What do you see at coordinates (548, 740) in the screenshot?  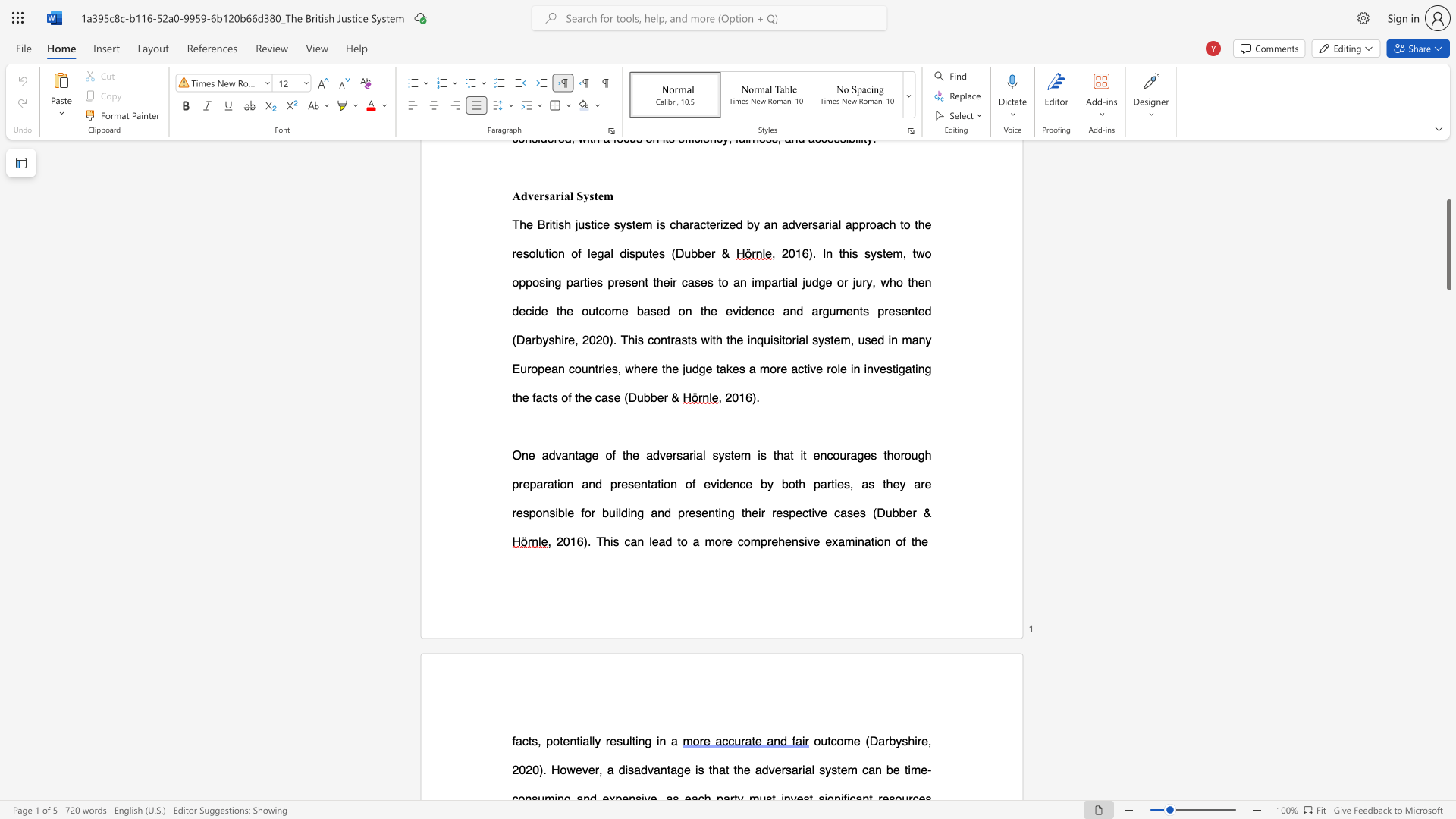 I see `the 1th character "p" in the text` at bounding box center [548, 740].